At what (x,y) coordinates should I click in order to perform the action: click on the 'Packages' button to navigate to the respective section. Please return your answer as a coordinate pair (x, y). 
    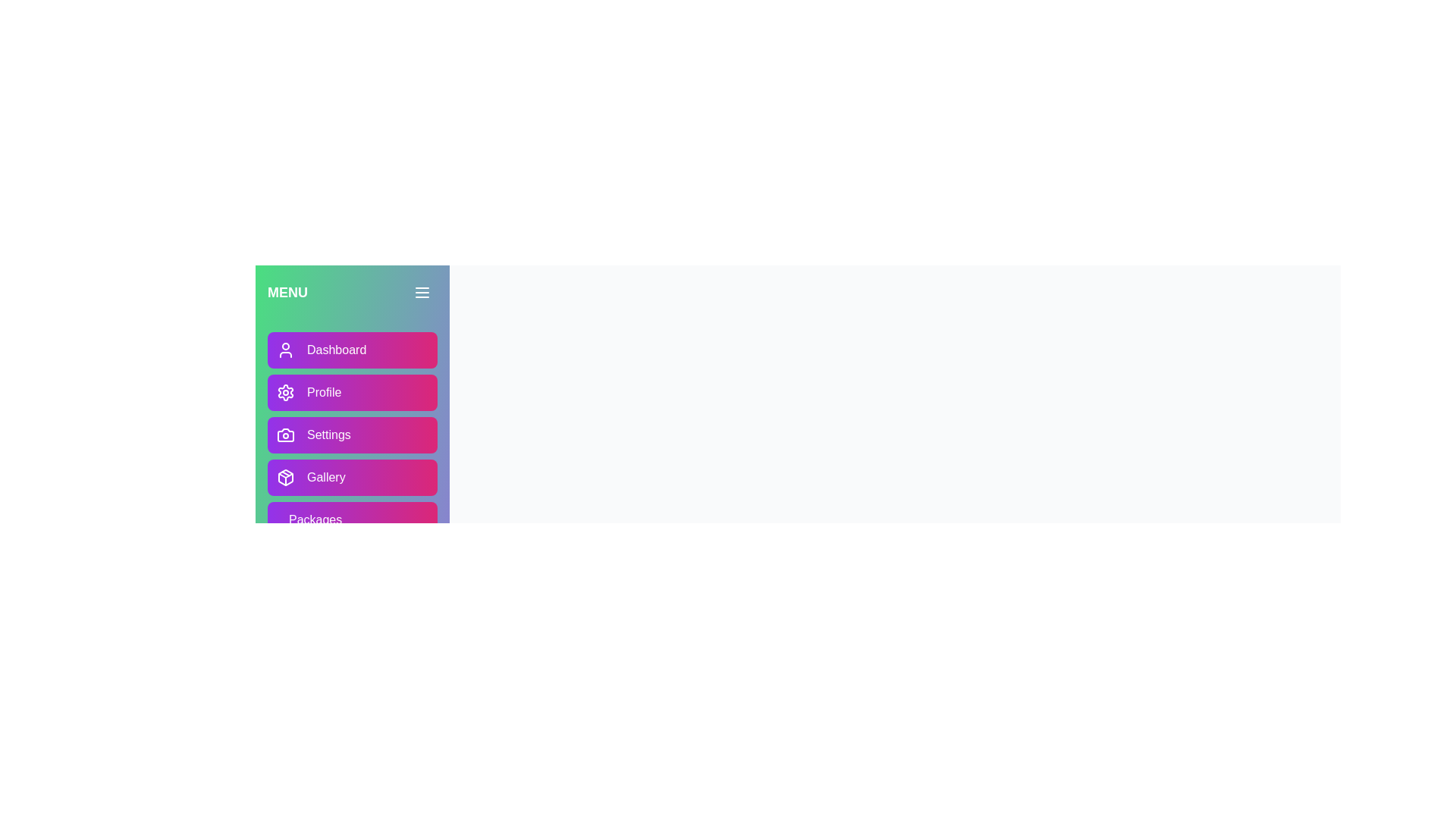
    Looking at the image, I should click on (352, 519).